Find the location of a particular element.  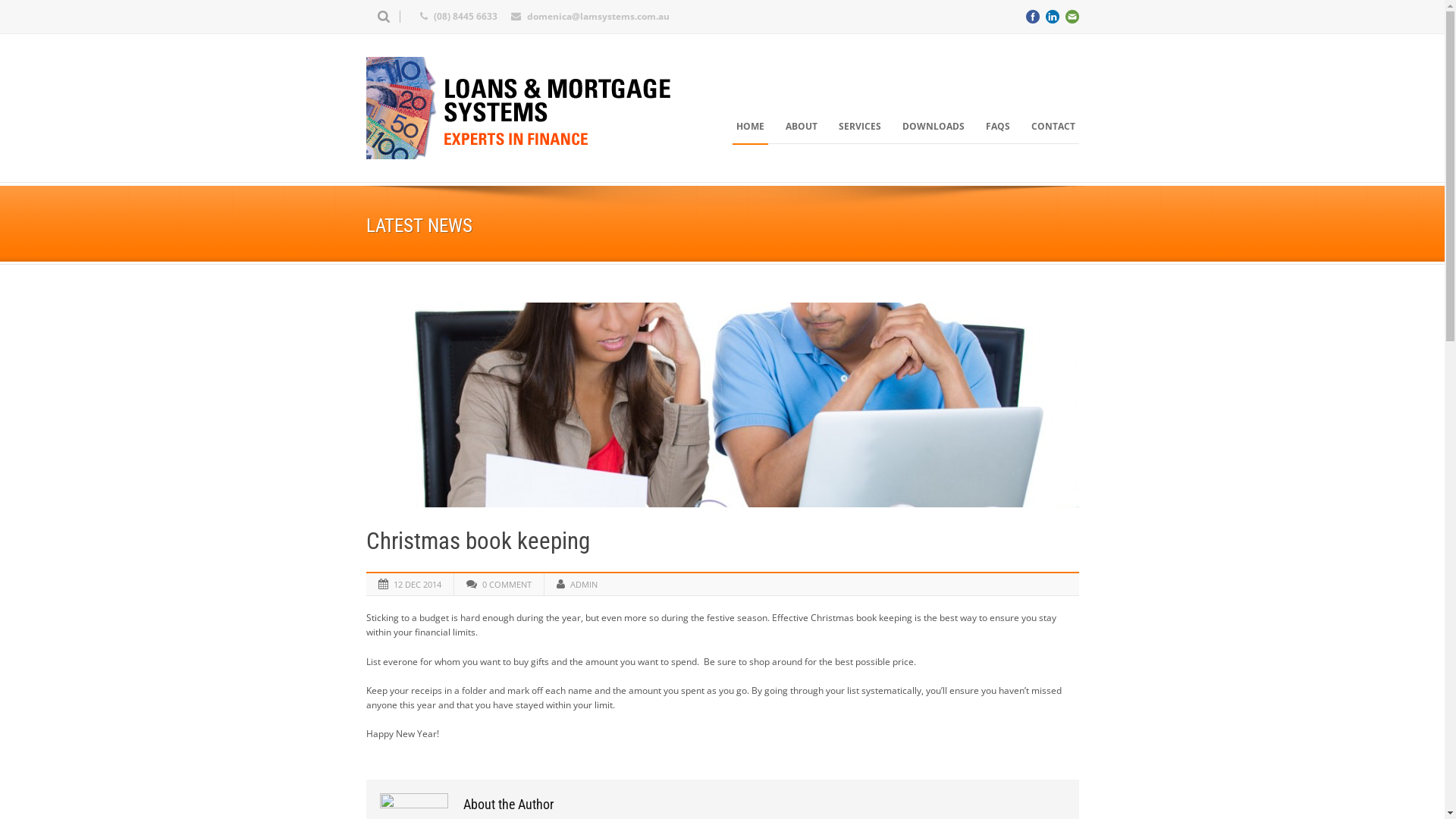

'HOME' is located at coordinates (750, 125).